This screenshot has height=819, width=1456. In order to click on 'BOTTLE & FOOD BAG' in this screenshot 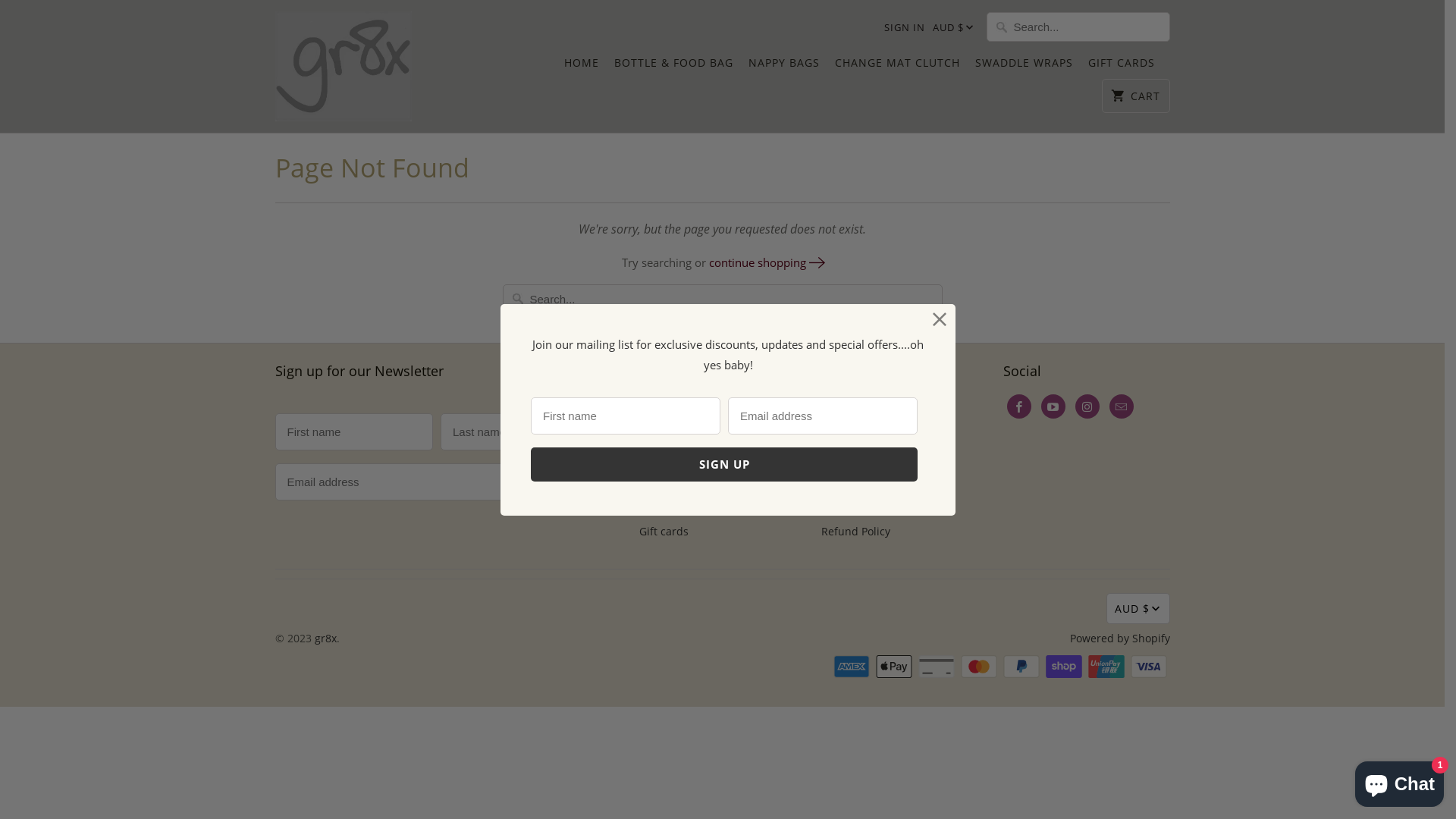, I will do `click(614, 66)`.